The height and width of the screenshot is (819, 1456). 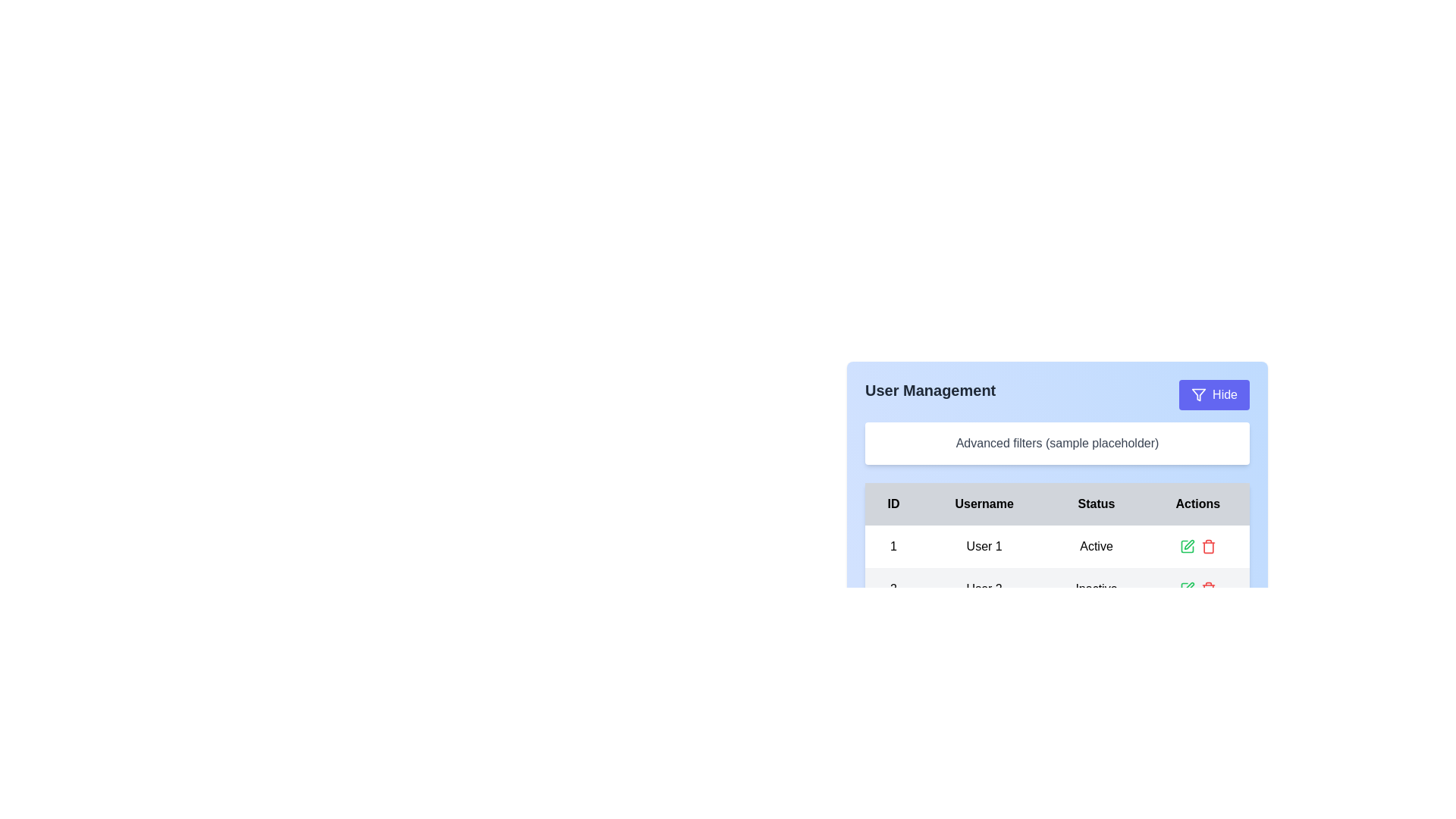 What do you see at coordinates (893, 547) in the screenshot?
I see `the numeral '1' displayed in the first cell of the user information table, which is part of a data table with a dark font on a white background` at bounding box center [893, 547].